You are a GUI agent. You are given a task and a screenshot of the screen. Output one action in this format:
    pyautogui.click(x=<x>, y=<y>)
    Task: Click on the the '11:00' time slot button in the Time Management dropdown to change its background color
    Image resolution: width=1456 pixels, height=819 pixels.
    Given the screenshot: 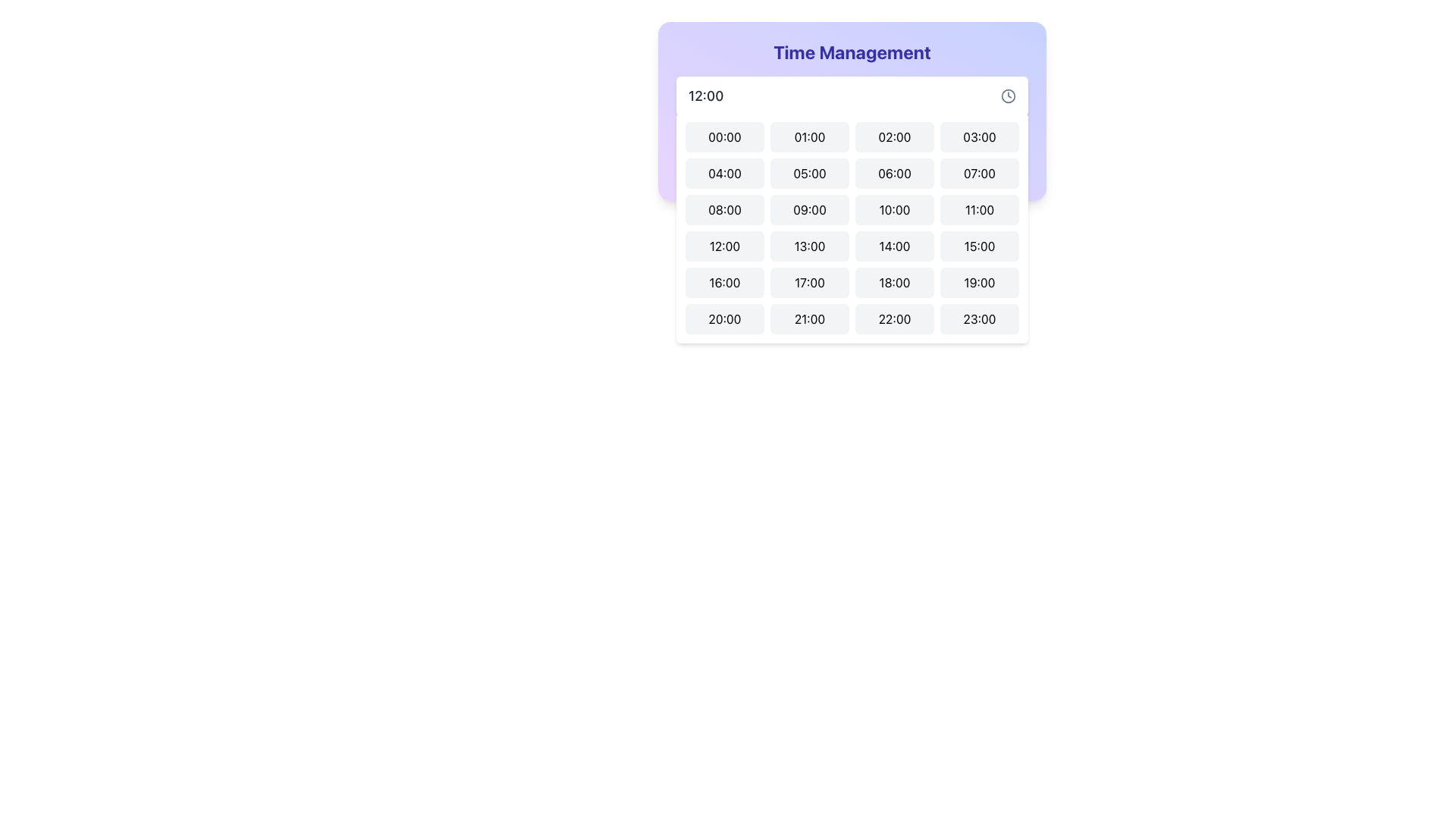 What is the action you would take?
    pyautogui.click(x=979, y=210)
    